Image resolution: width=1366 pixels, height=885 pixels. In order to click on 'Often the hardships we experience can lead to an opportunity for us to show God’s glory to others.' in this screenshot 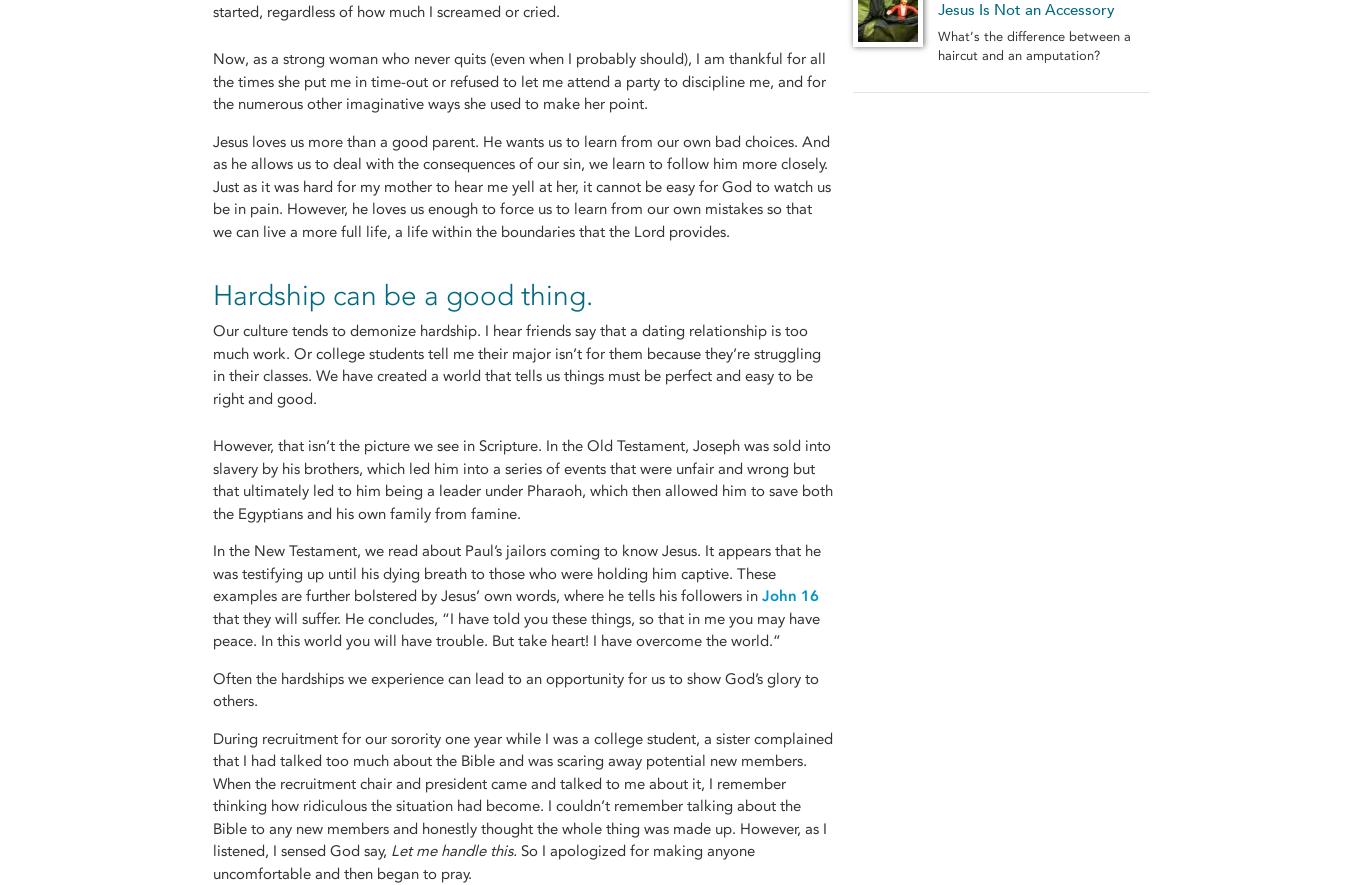, I will do `click(515, 688)`.